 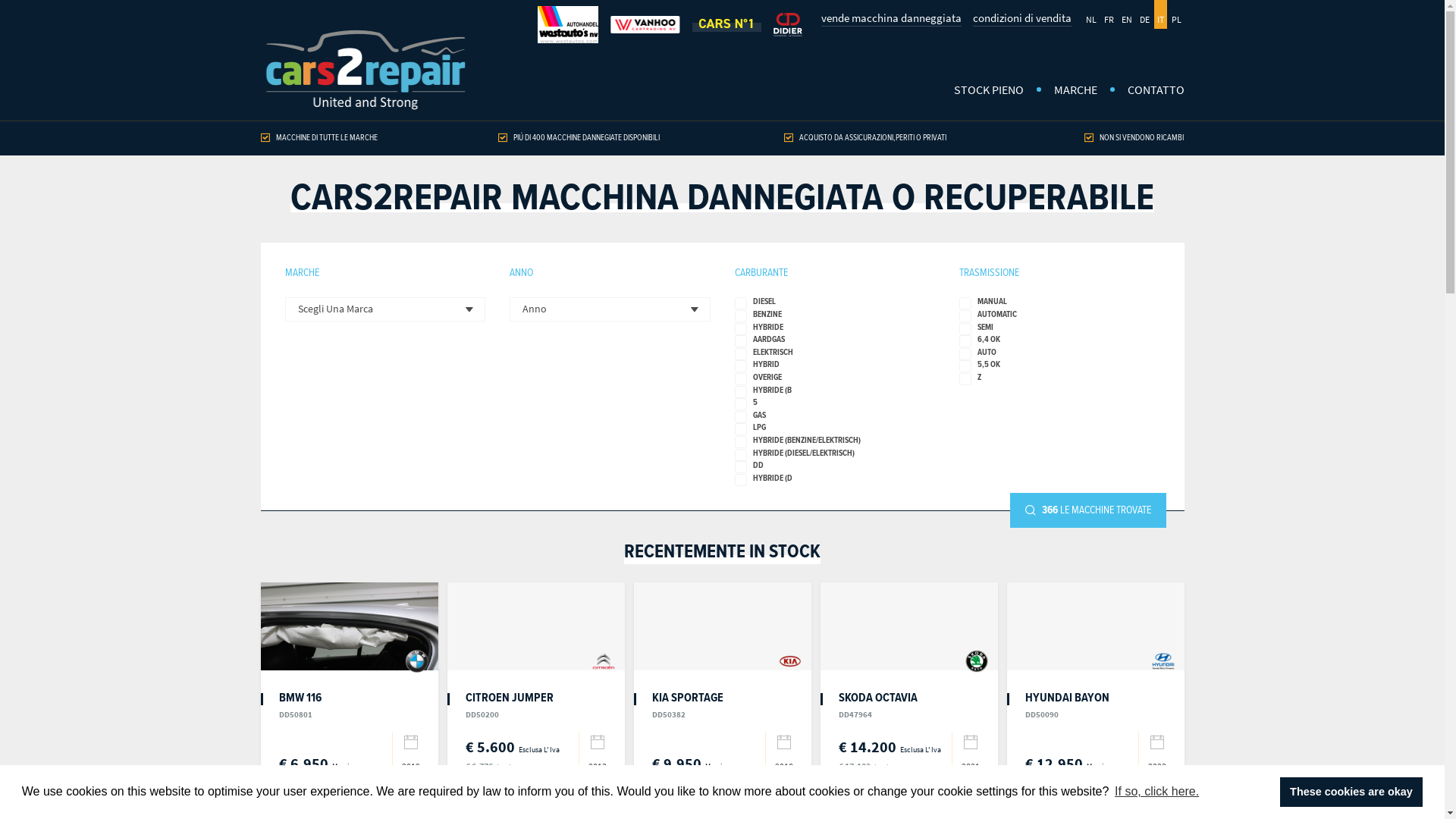 I want to click on 'DE', so click(x=1144, y=14).